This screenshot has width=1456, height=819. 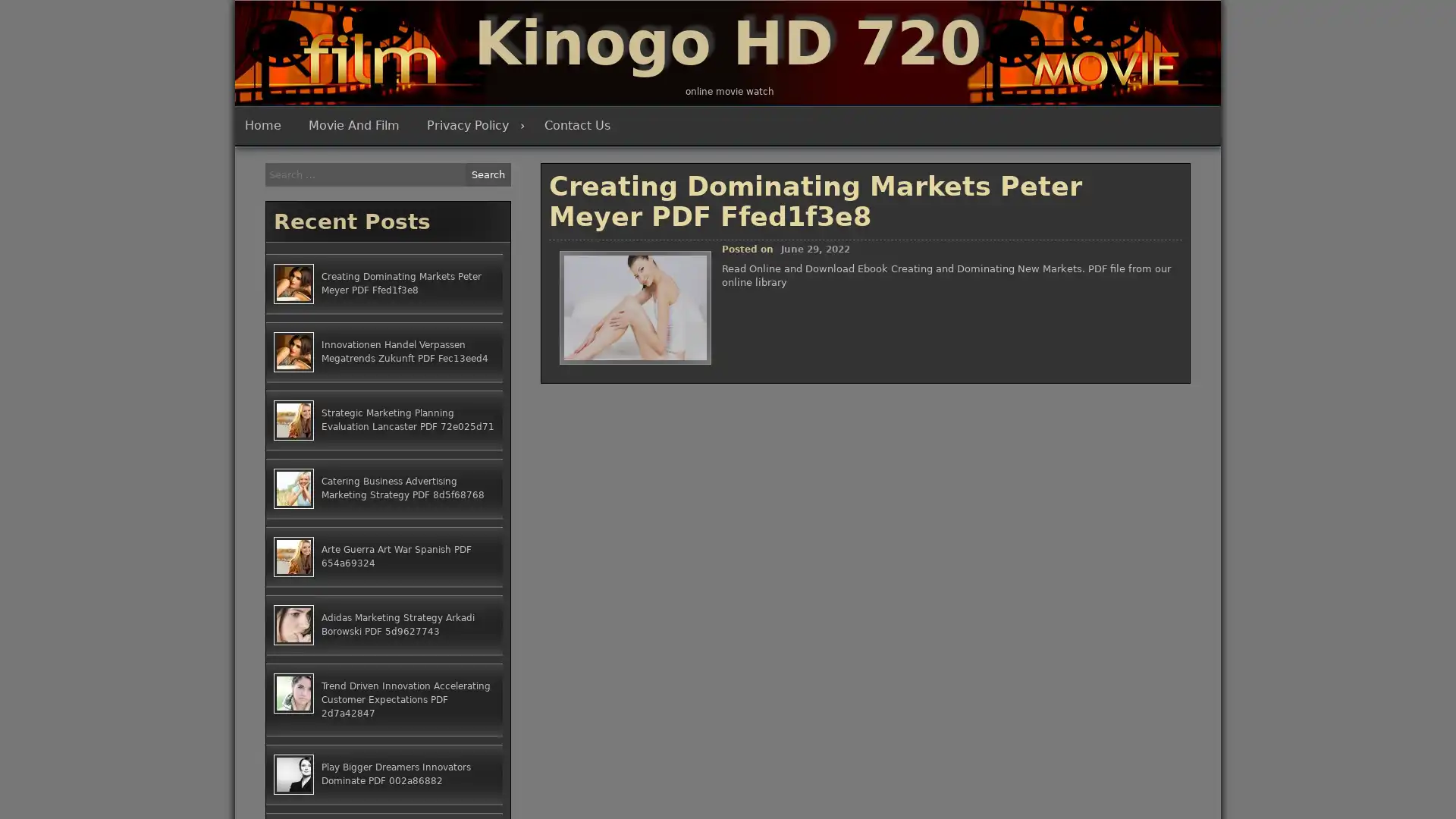 I want to click on Search, so click(x=488, y=174).